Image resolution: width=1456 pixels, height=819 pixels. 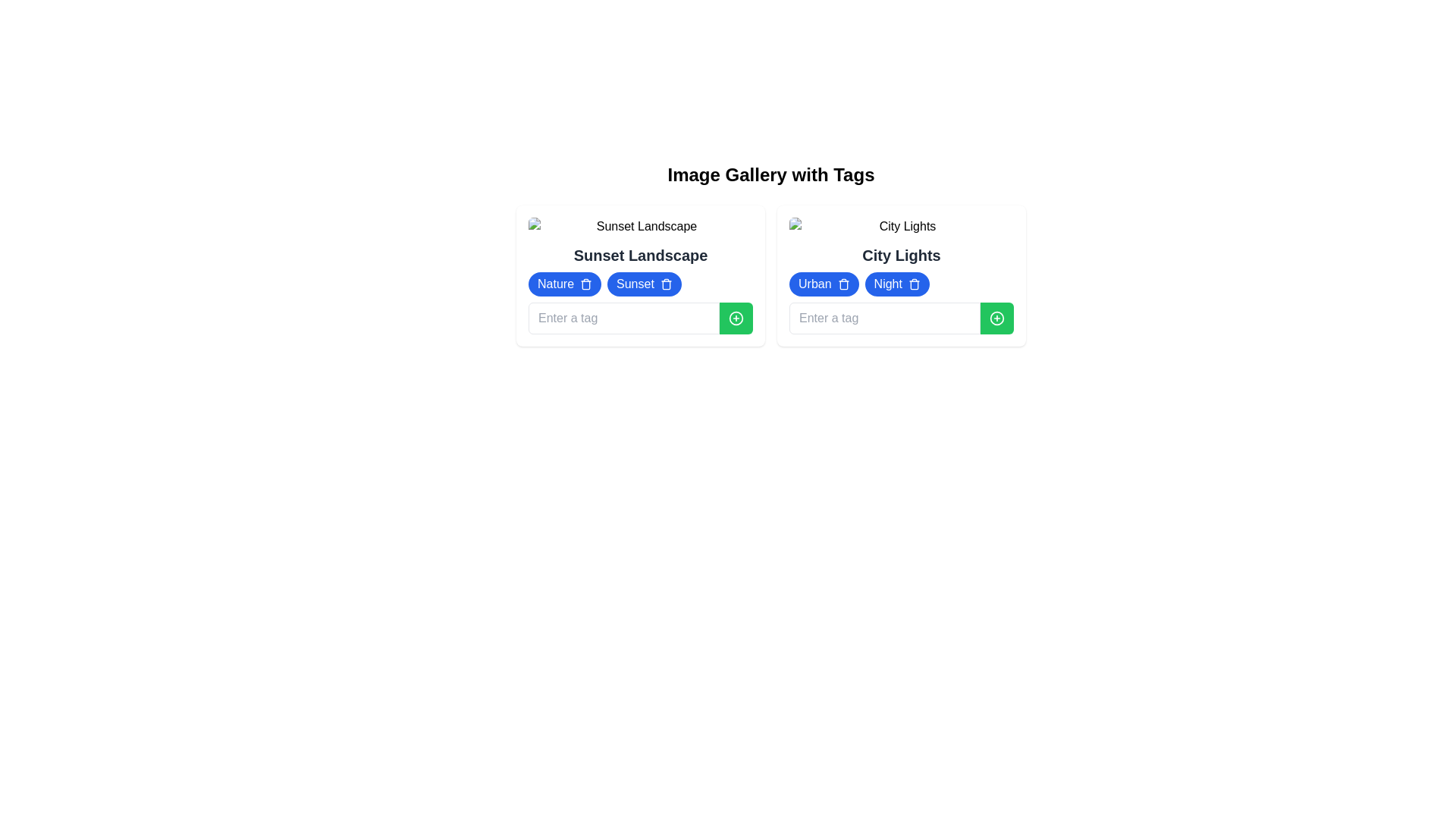 I want to click on the Trash/Remove Action icon, which is the delete button for the 'Sunset' tag located in the 'Sunset Landscape' group, specifically the second tag from the left, so click(x=666, y=284).